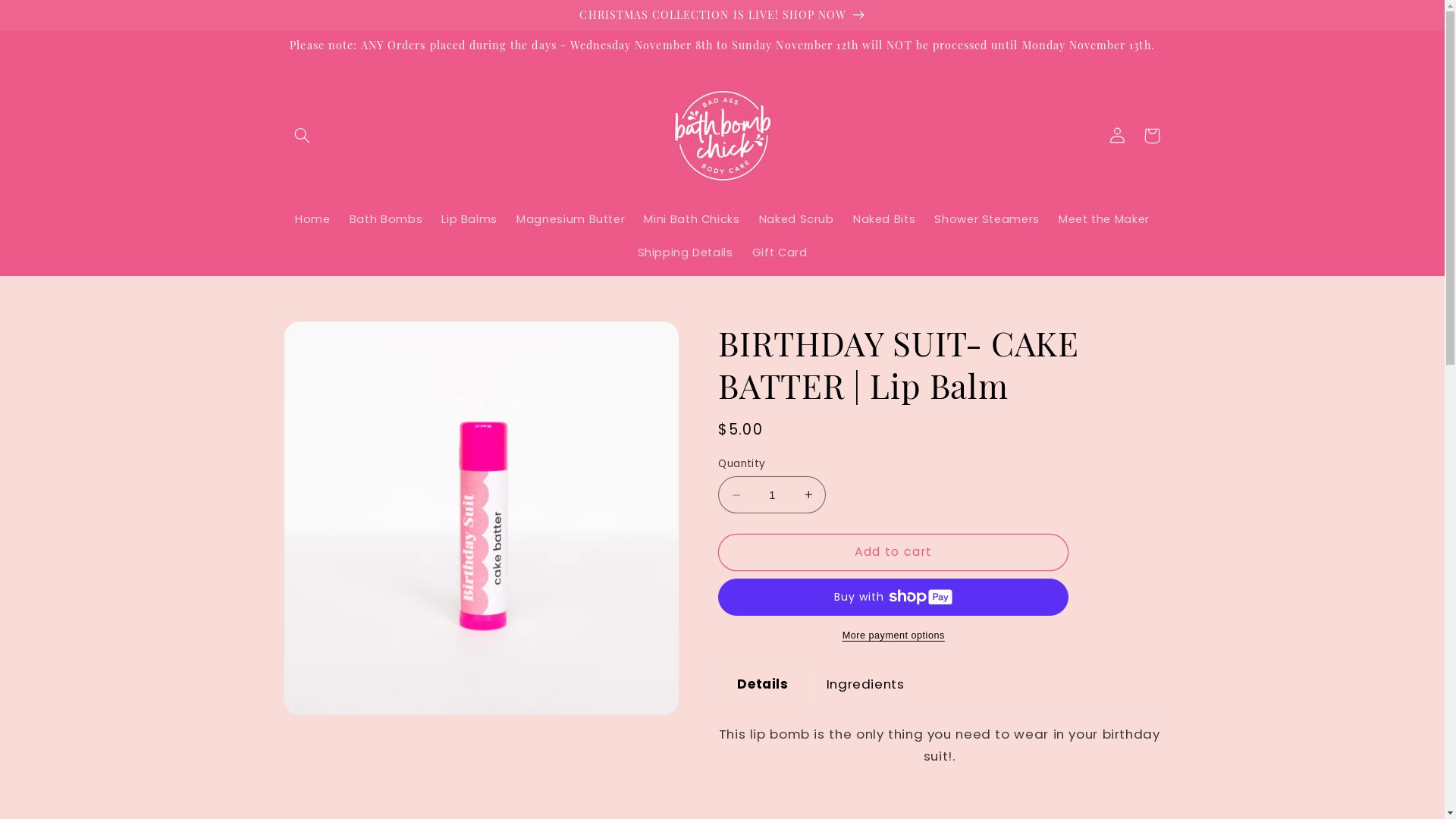 The image size is (1456, 819). Describe the element at coordinates (385, 219) in the screenshot. I see `'Bath Bombs'` at that location.